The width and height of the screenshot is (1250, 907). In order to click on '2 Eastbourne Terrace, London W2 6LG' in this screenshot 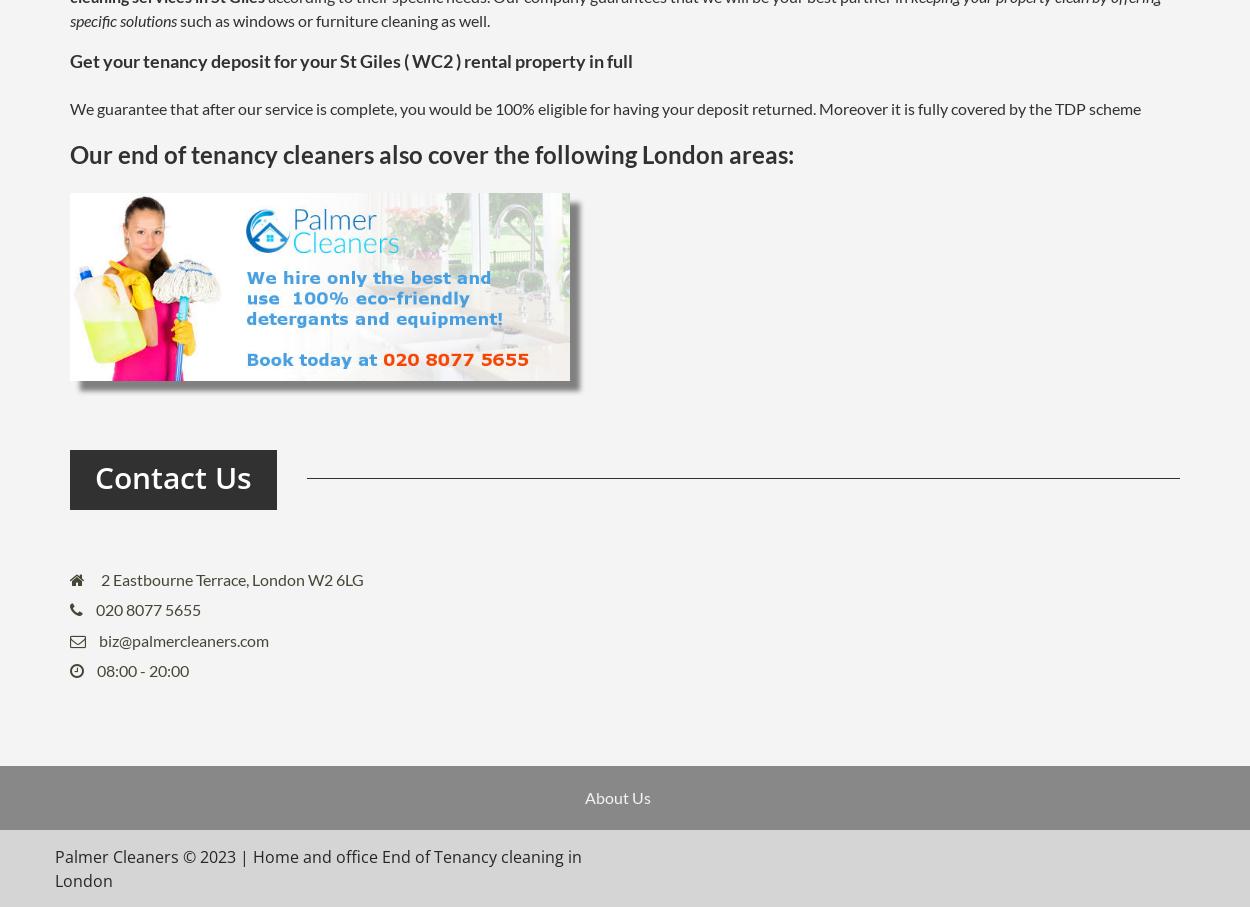, I will do `click(230, 578)`.